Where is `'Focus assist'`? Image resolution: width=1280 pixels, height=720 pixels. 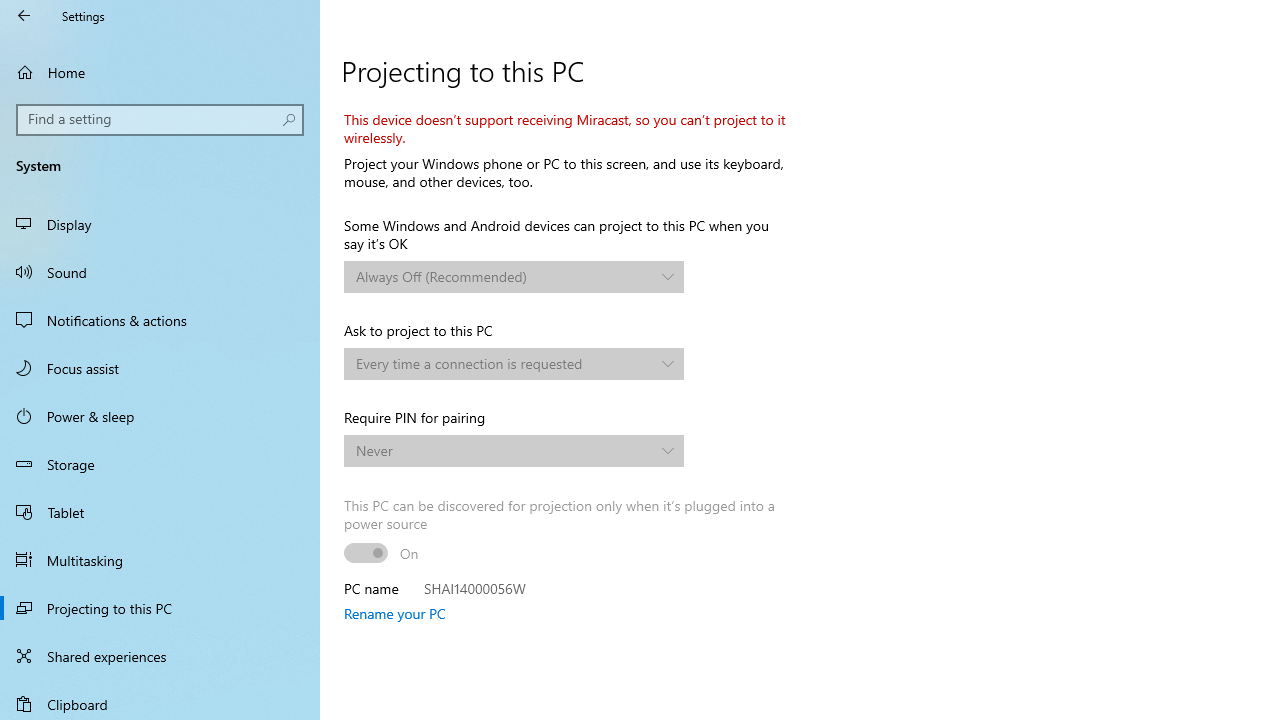
'Focus assist' is located at coordinates (160, 367).